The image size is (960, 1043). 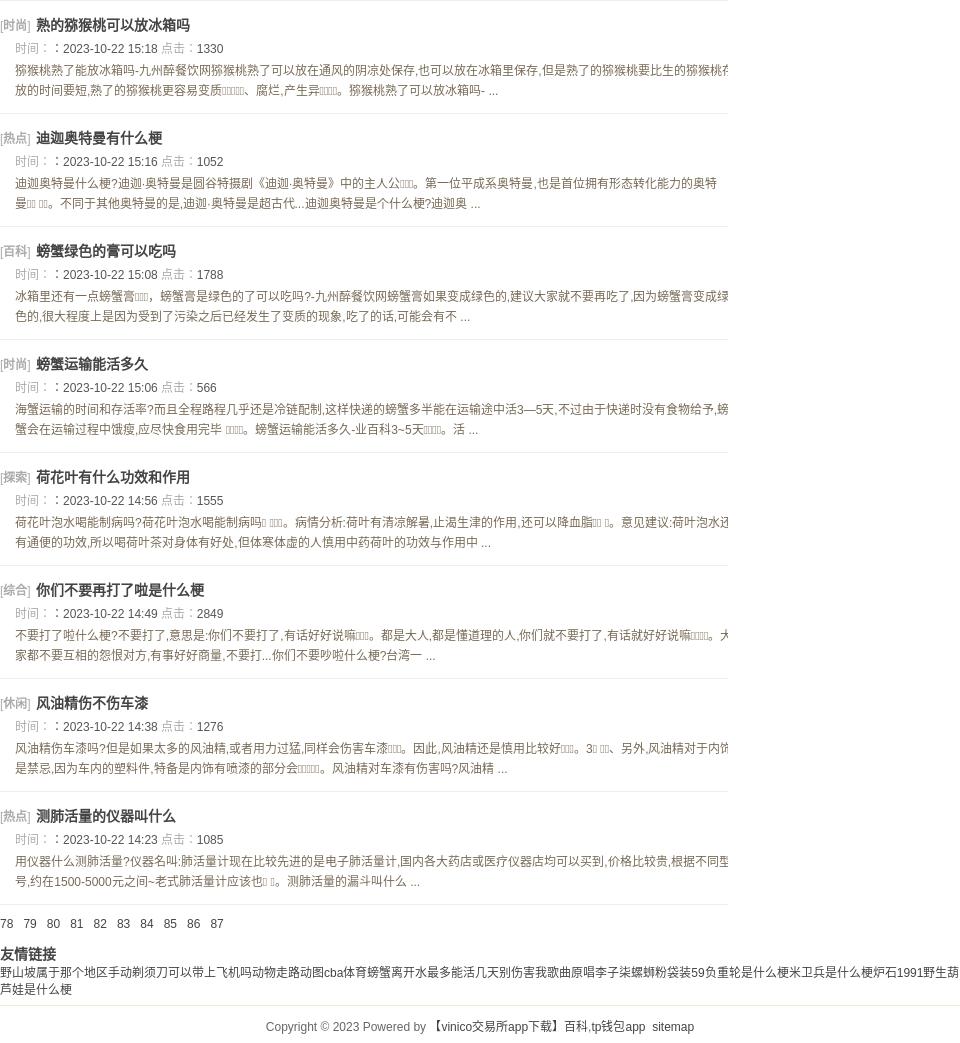 What do you see at coordinates (589, 1027) in the screenshot?
I see `','` at bounding box center [589, 1027].